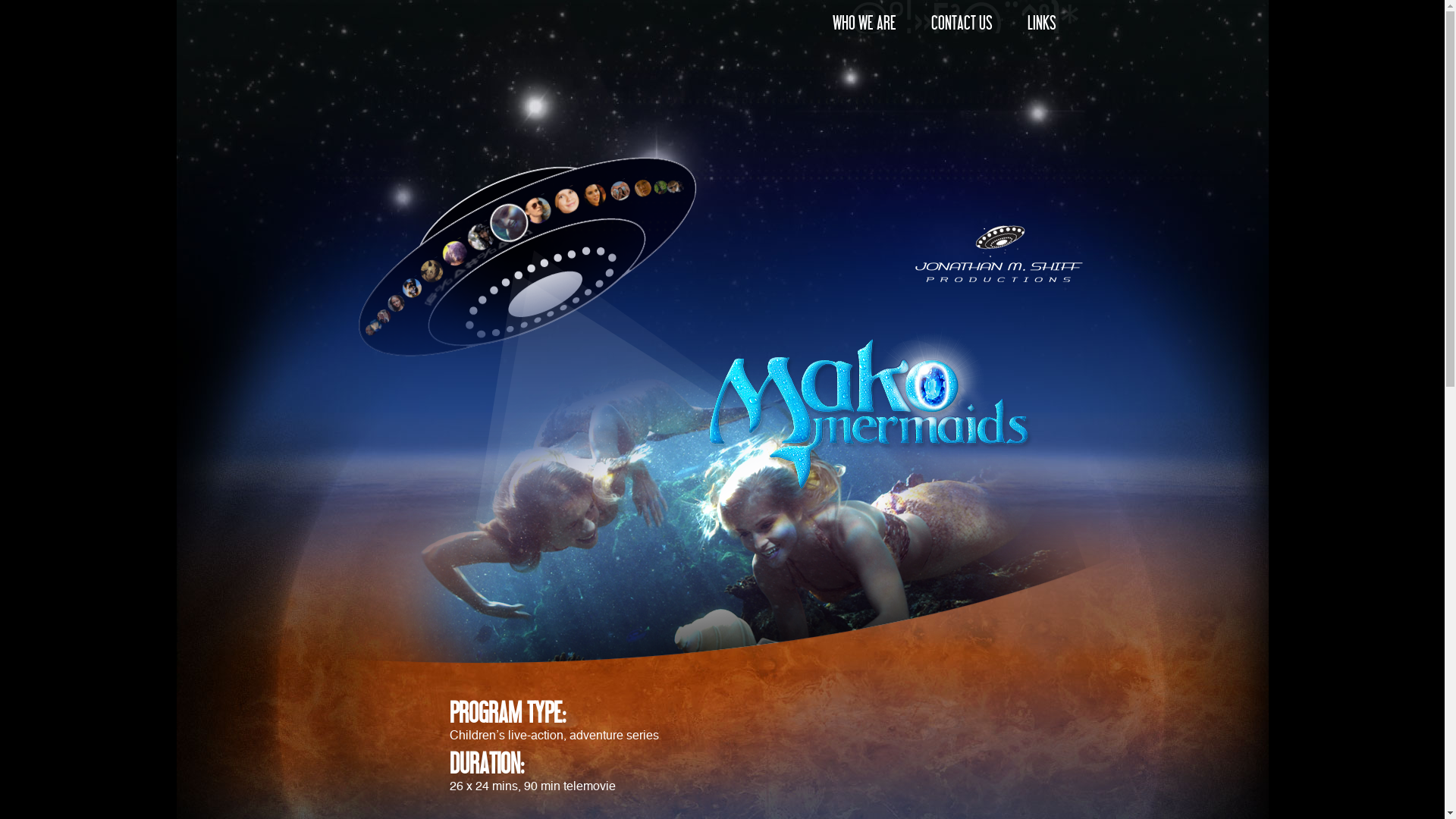  Describe the element at coordinates (658, 189) in the screenshot. I see `'Wicked Science'` at that location.